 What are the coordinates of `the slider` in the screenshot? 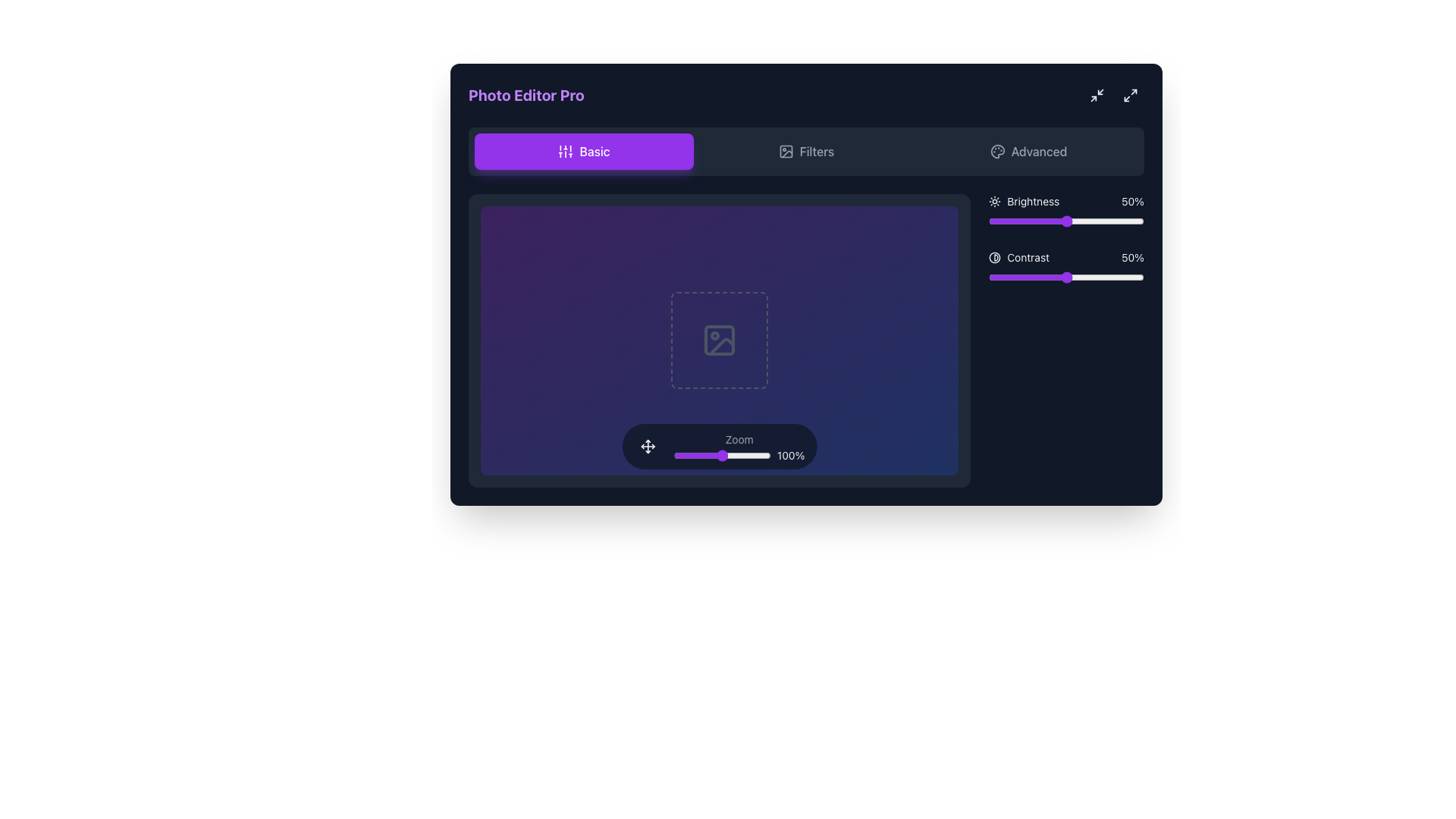 It's located at (1042, 278).